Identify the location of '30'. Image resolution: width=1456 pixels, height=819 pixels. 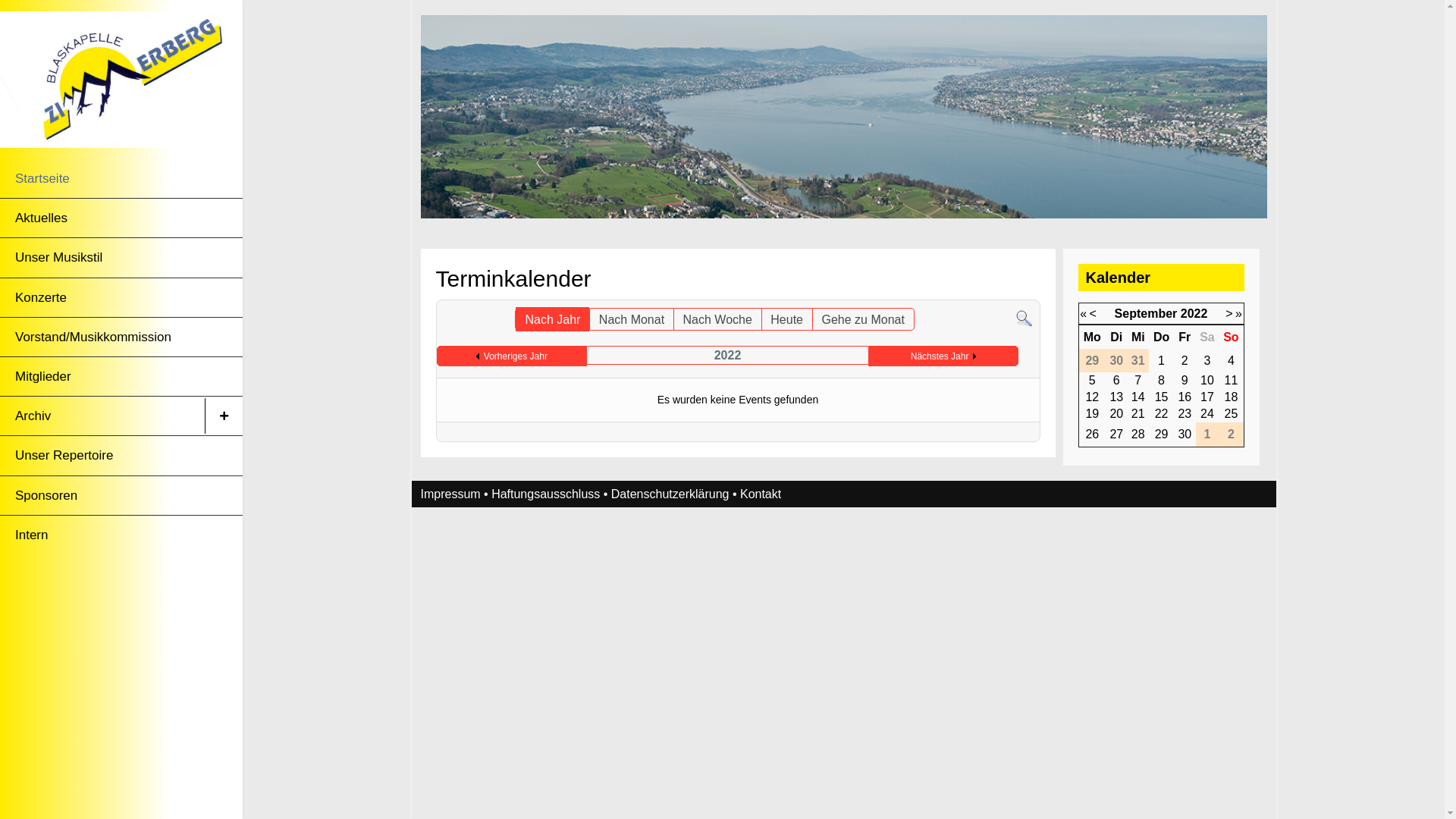
(1177, 434).